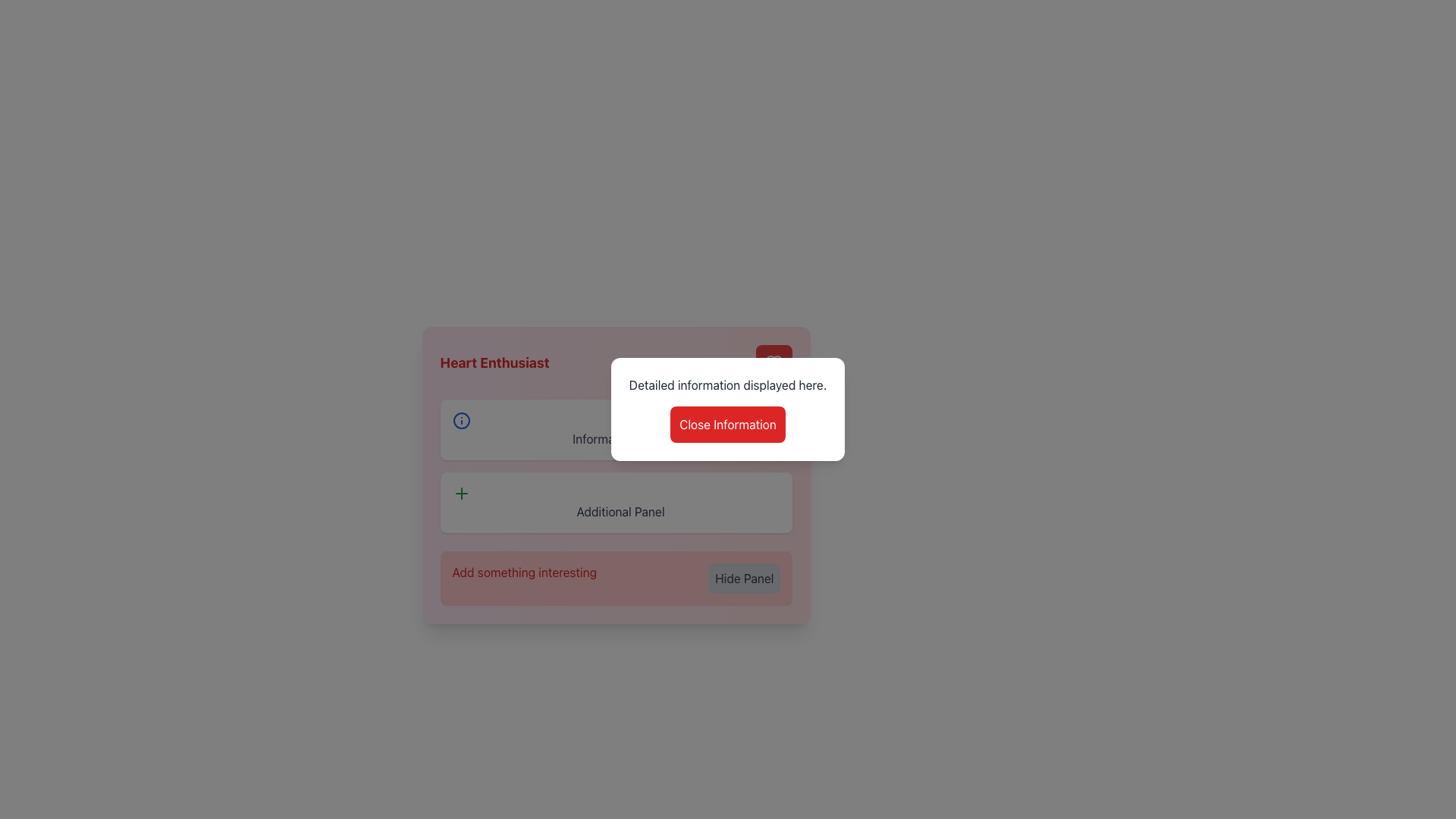  I want to click on the text label that serves as the title or header for the card section, positioned at the top of the card above 'Information Panel' and 'Additional Panel', so click(616, 362).